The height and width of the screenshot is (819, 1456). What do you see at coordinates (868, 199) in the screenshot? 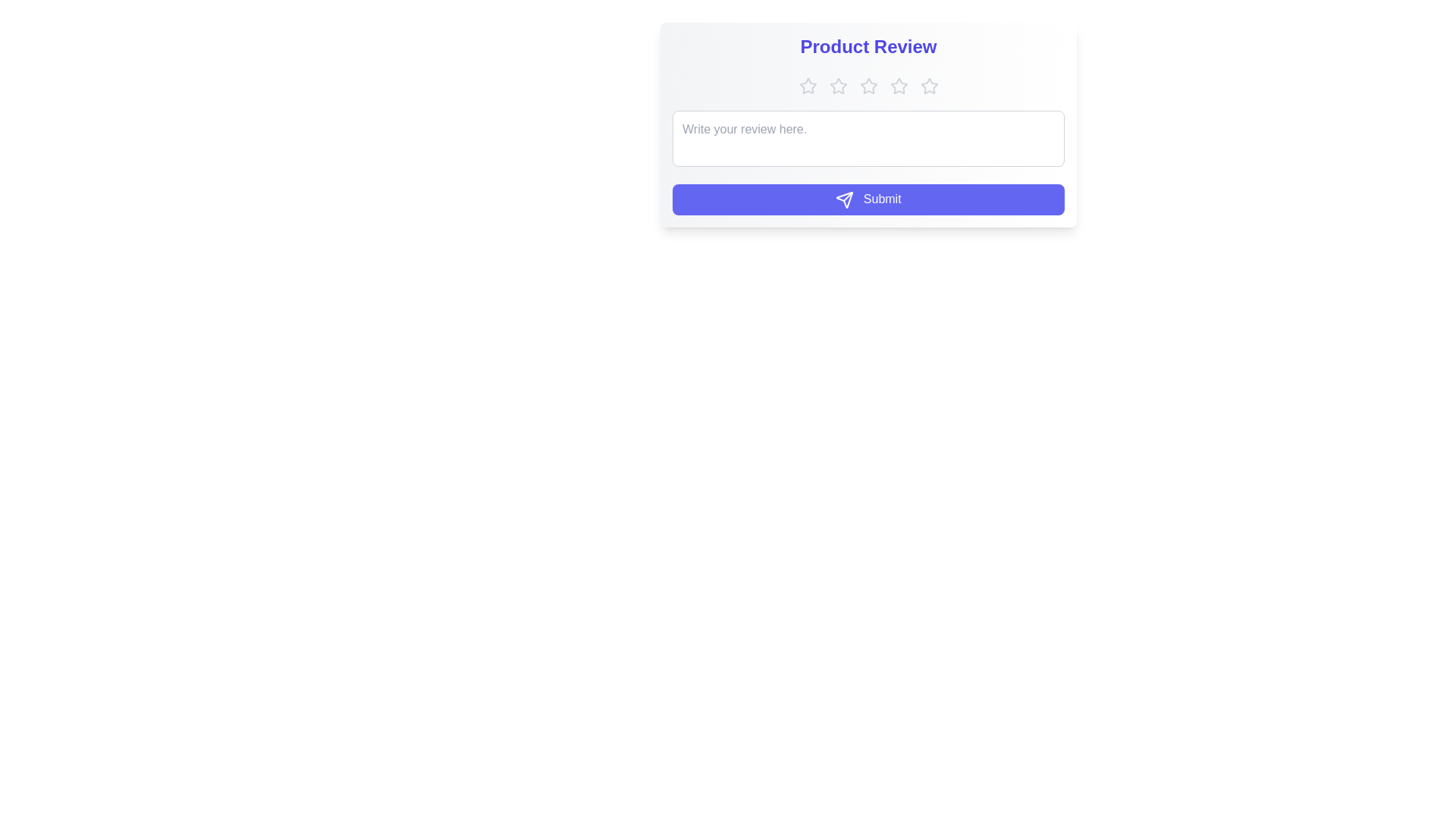
I see `the submit button to submit the review` at bounding box center [868, 199].